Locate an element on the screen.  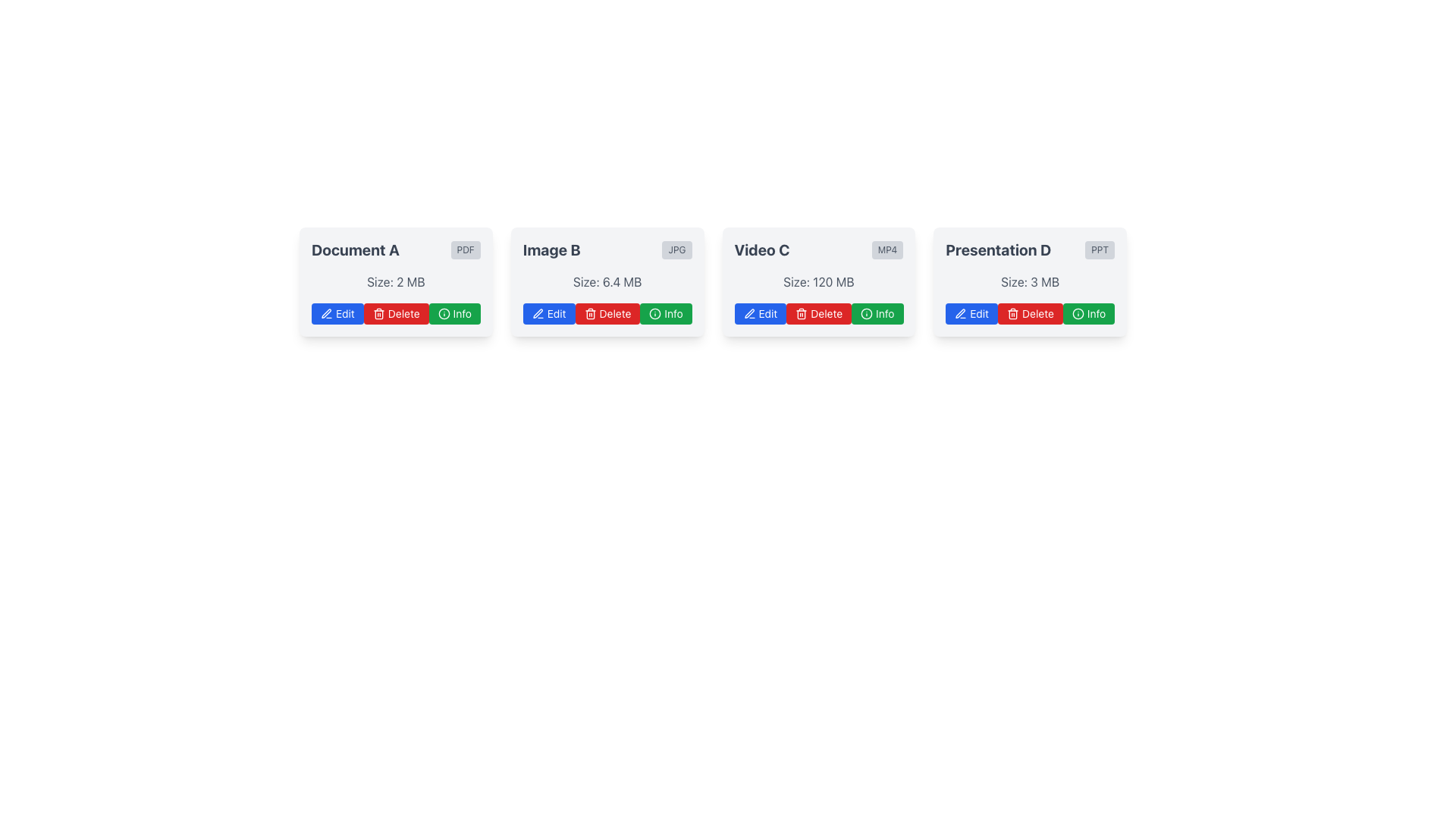
the blue 'Edit' button with rounded edges, labeled 'Edit' in white text, which is the first button in a horizontal set of three buttons at the bottom of the card labeled 'Document A' to activate hover styling is located at coordinates (337, 312).